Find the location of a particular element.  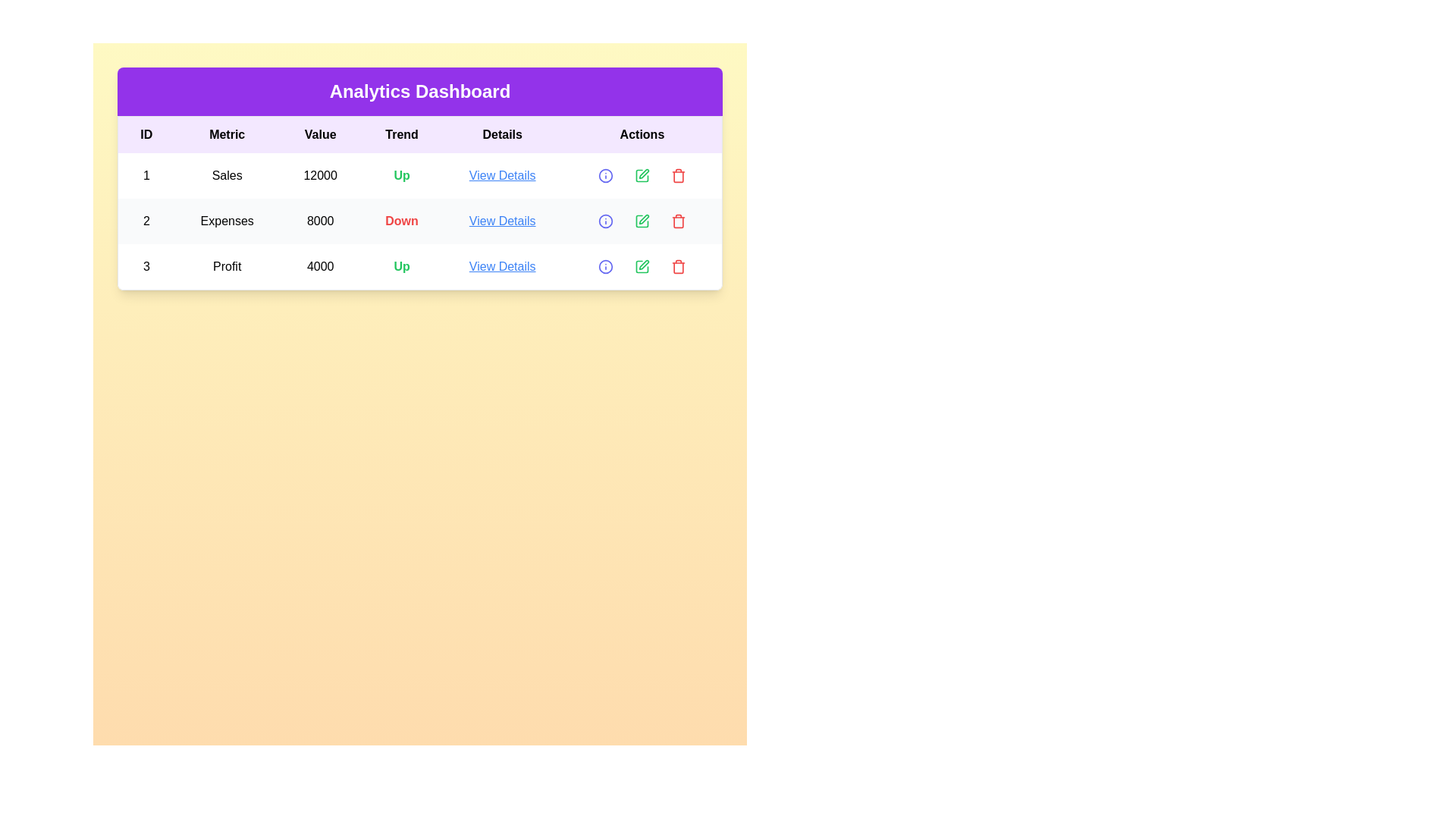

the circular blue icon button with a question mark symbol located in the first row of the 'Actions' column of the table is located at coordinates (604, 174).